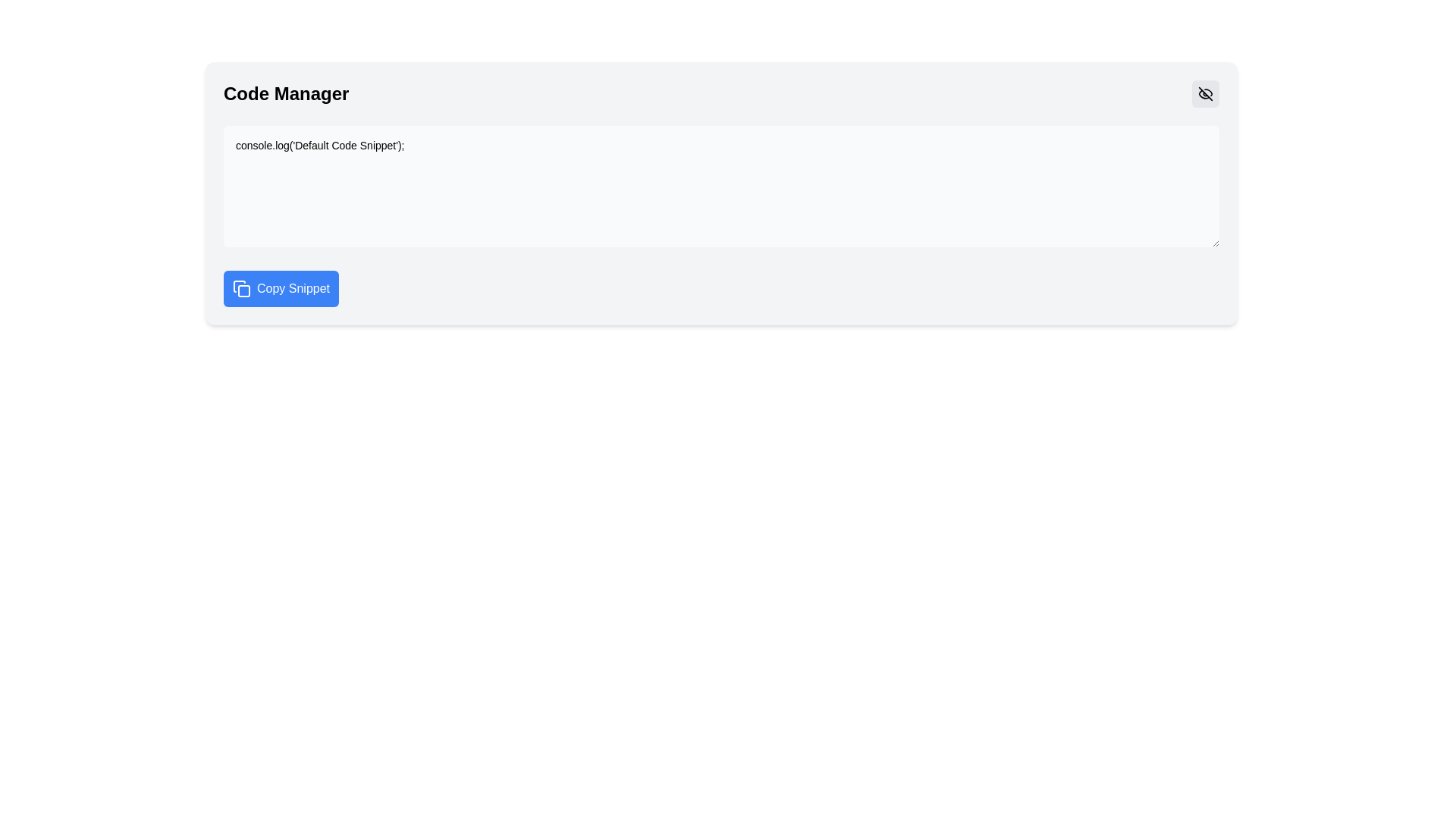 This screenshot has height=819, width=1456. I want to click on the copy button located at the bottom-left corner of the code snippet card to change its color, so click(281, 289).